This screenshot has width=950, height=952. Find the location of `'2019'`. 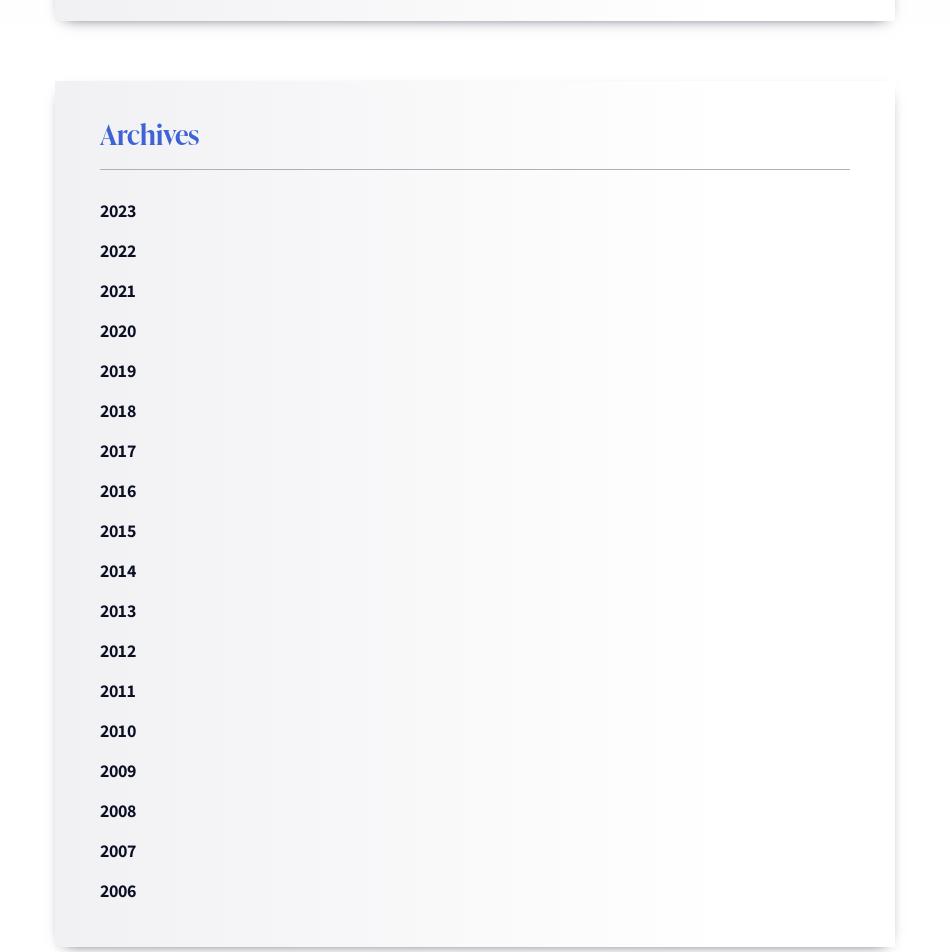

'2019' is located at coordinates (117, 370).